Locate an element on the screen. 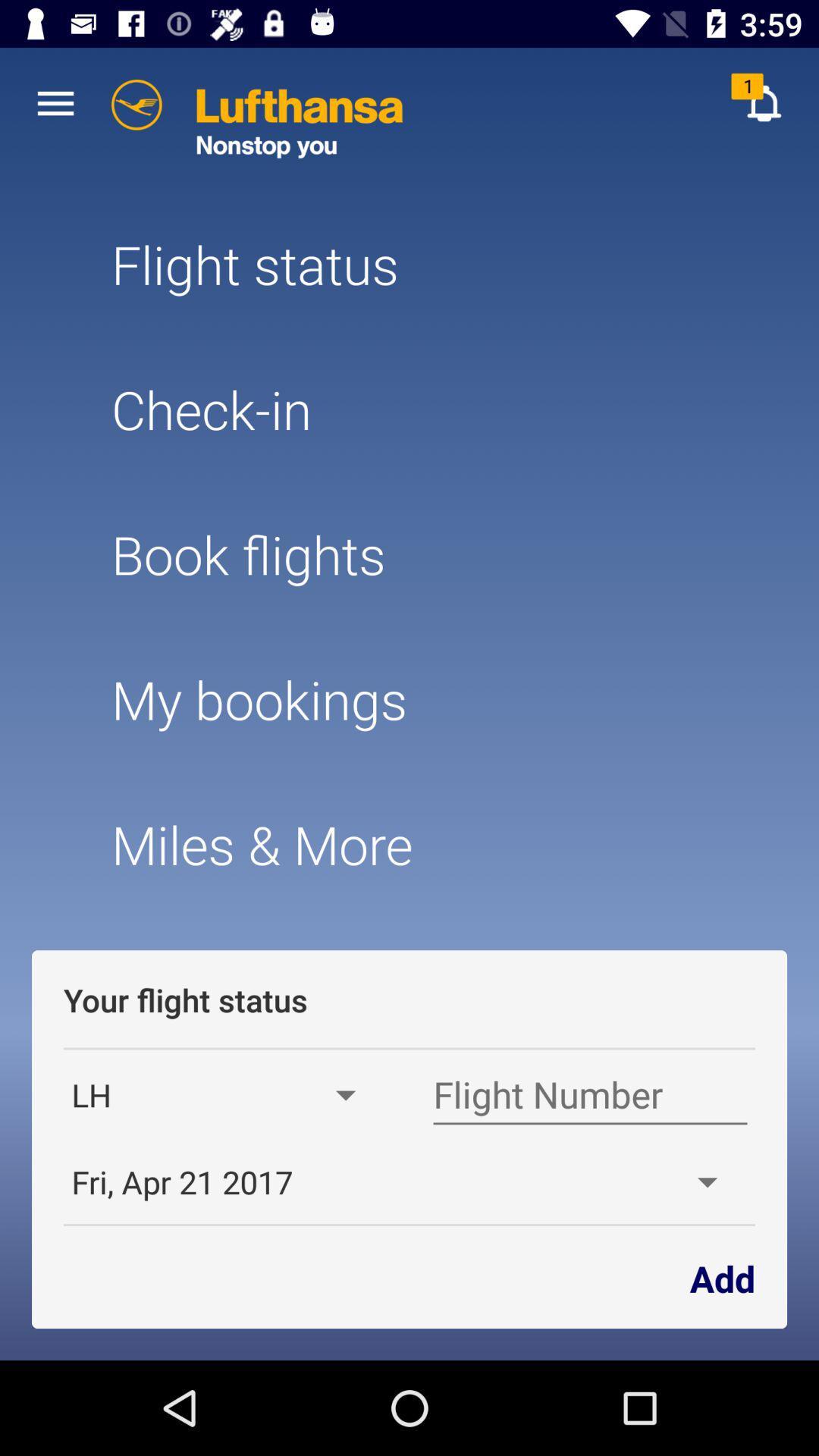 The image size is (819, 1456). item above the flight status item is located at coordinates (55, 102).